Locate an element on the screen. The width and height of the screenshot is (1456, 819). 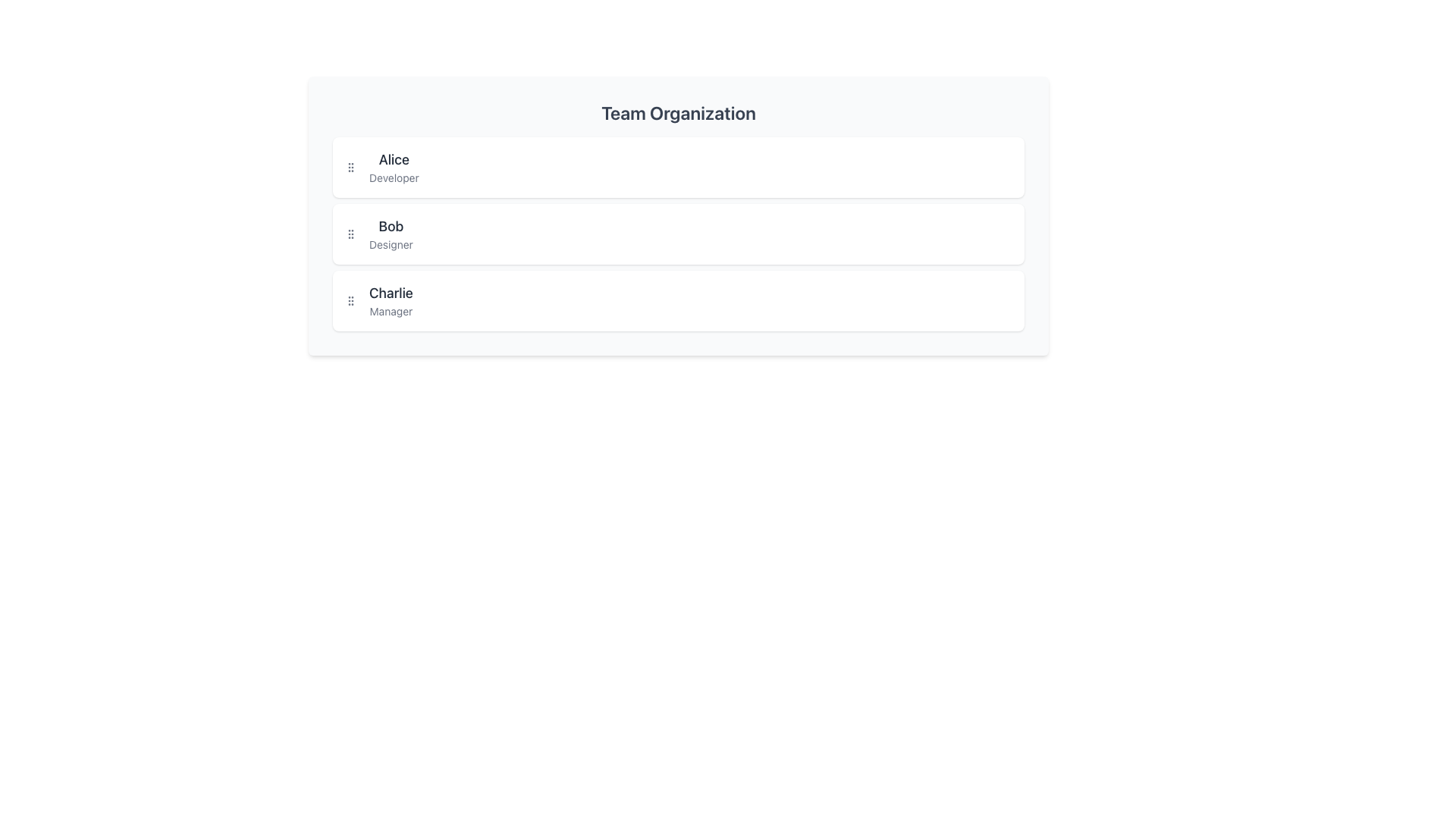
the Information card containing the name 'Bob' and the title 'Designer', which is the second card in a vertical list of cards is located at coordinates (677, 234).